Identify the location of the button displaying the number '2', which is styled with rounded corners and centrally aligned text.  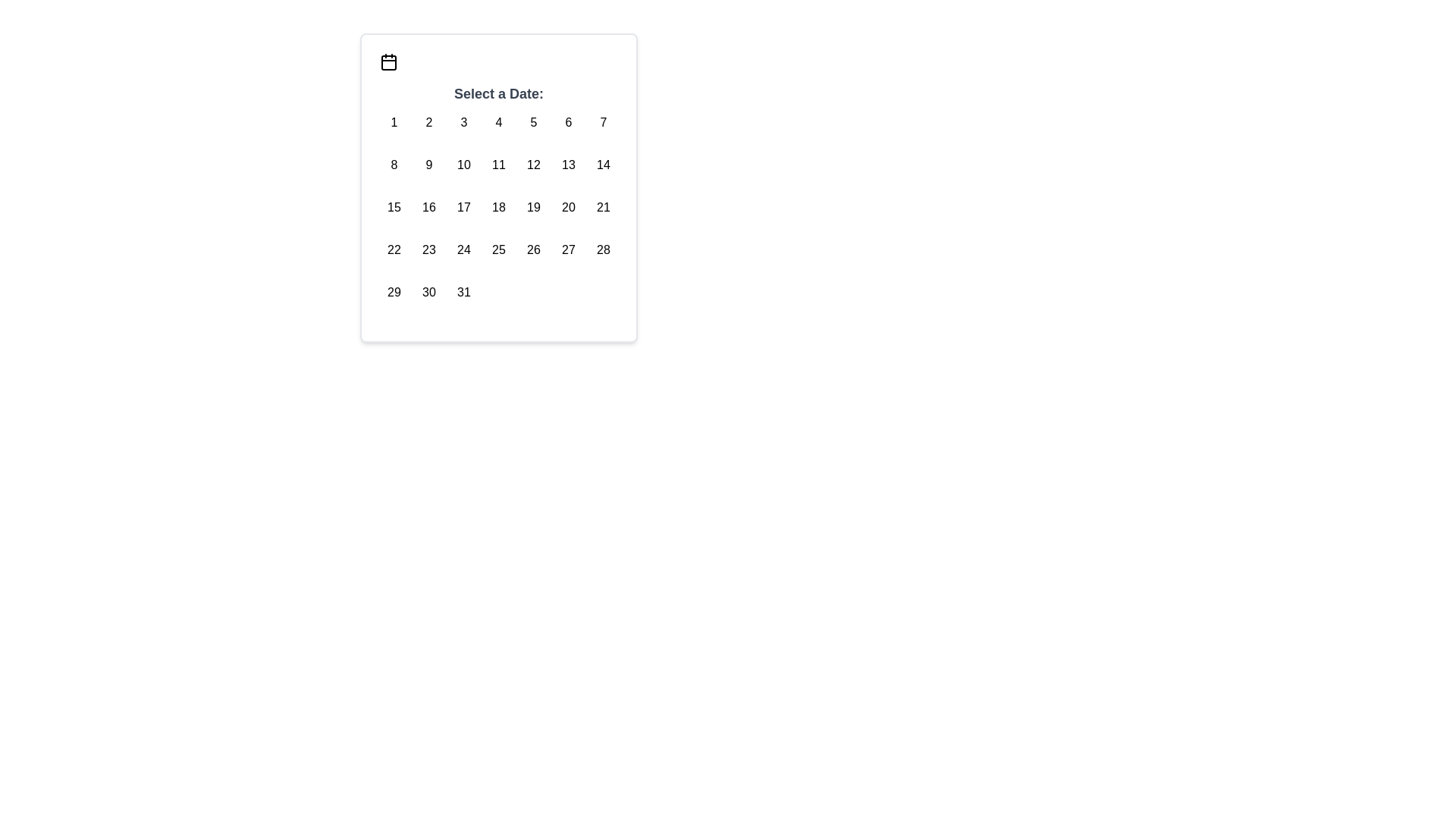
(428, 122).